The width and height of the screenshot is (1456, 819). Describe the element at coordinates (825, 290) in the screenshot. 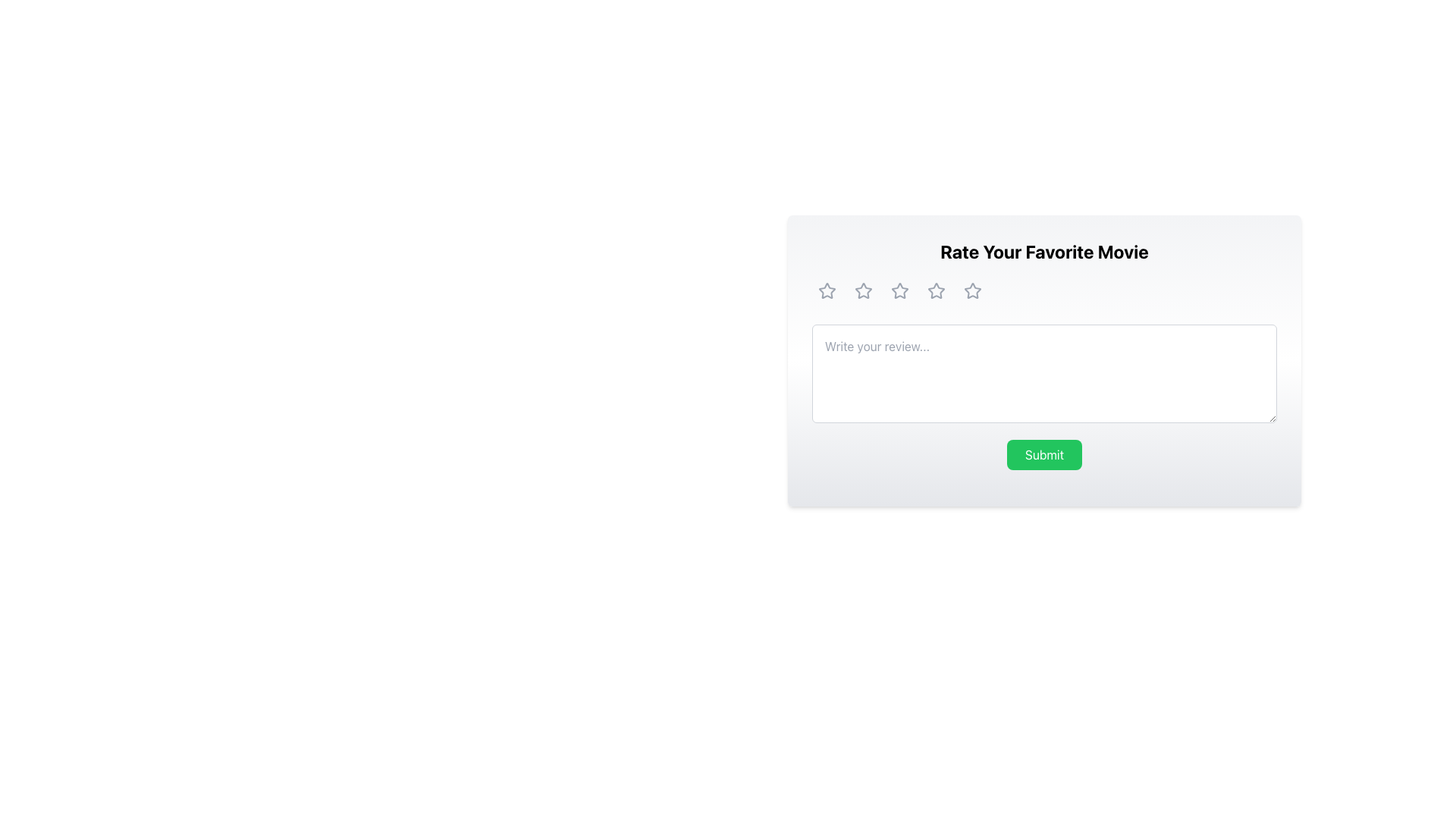

I see `the first star in the rating options under the 'Rate Your Favorite Movie' heading` at that location.